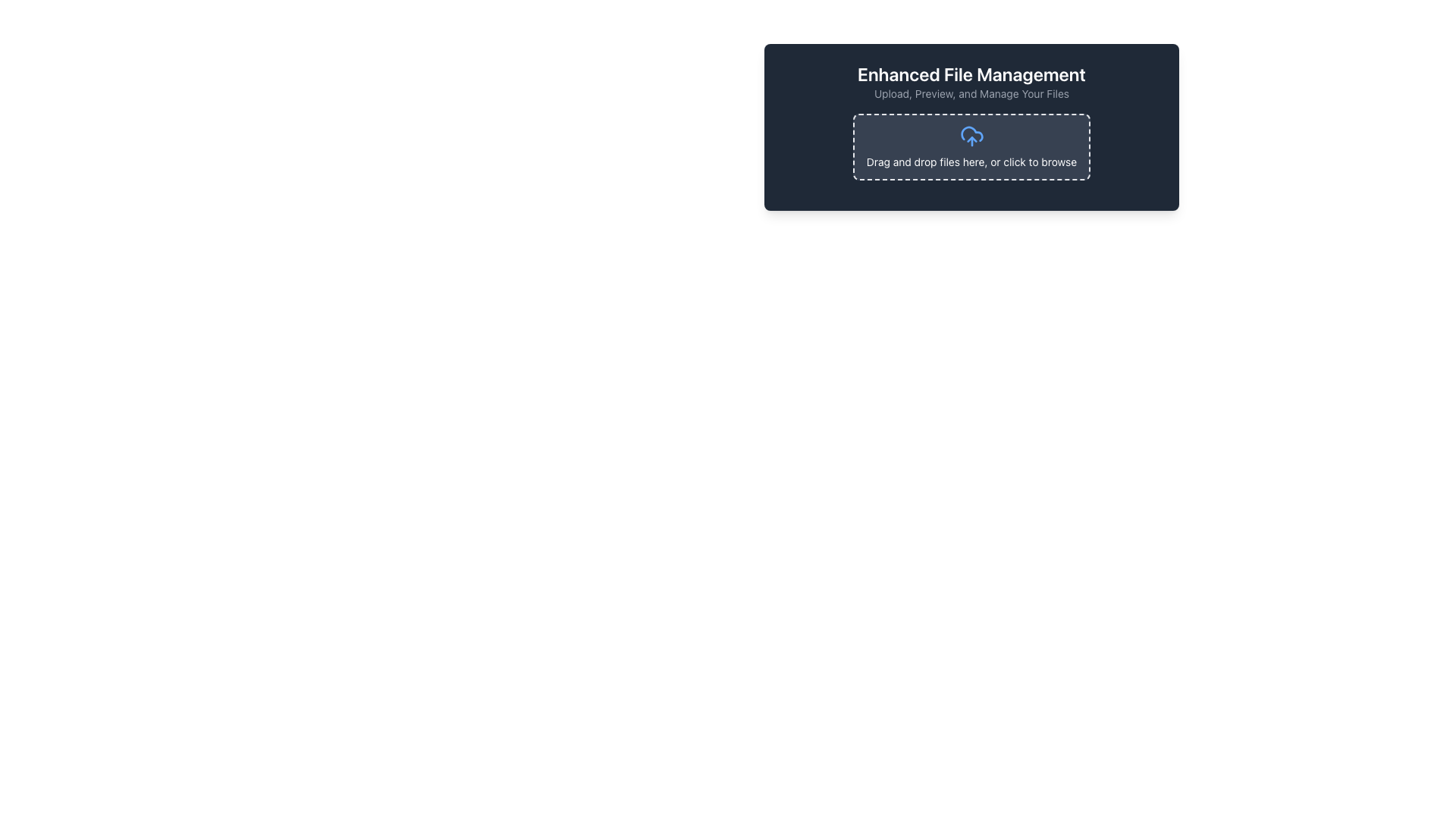  I want to click on the cloud upload icon located within the dashed-border rectangle, which is part of a larger box containing a title and instruction text, so click(971, 136).